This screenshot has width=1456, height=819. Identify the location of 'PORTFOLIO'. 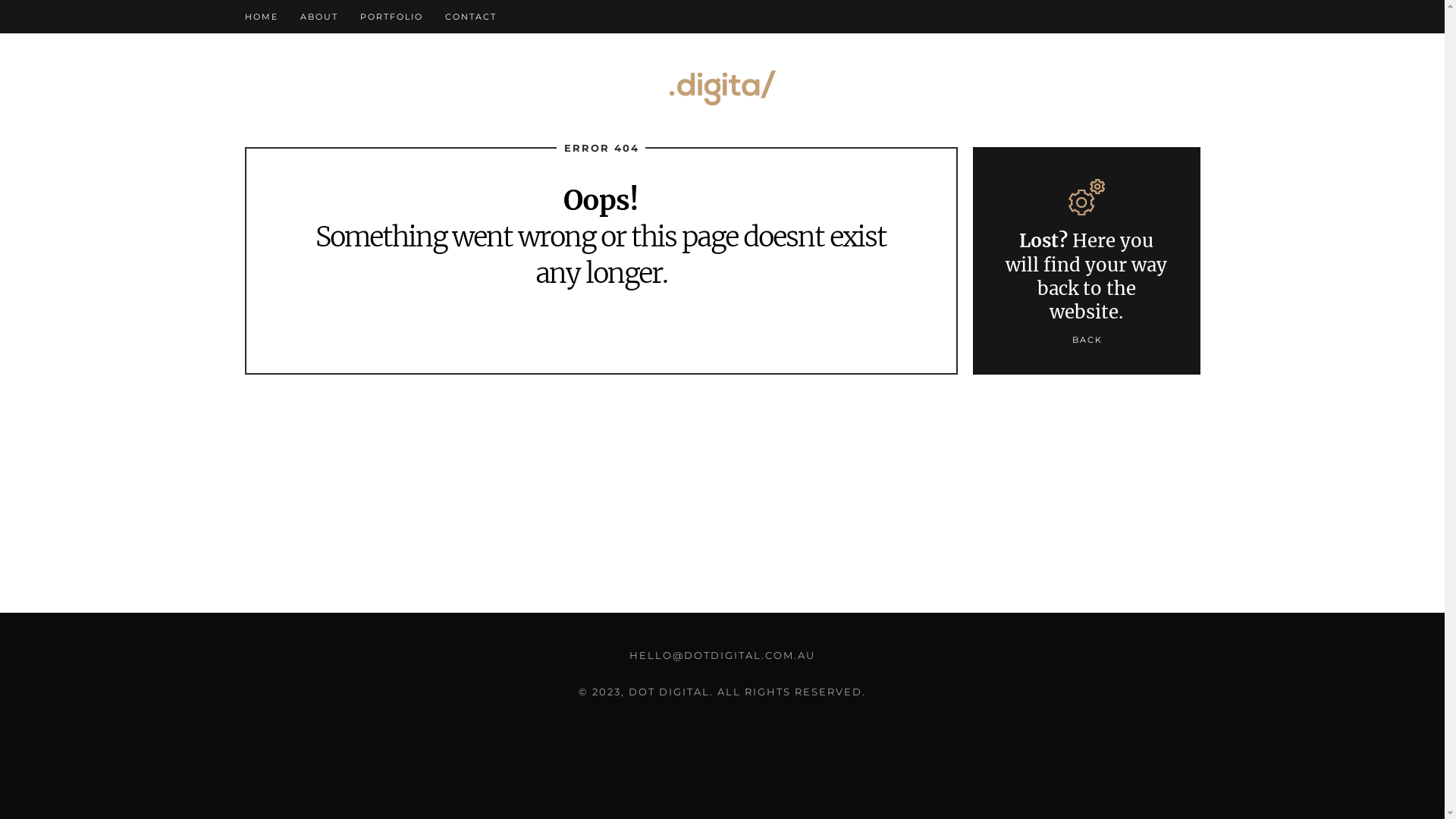
(359, 17).